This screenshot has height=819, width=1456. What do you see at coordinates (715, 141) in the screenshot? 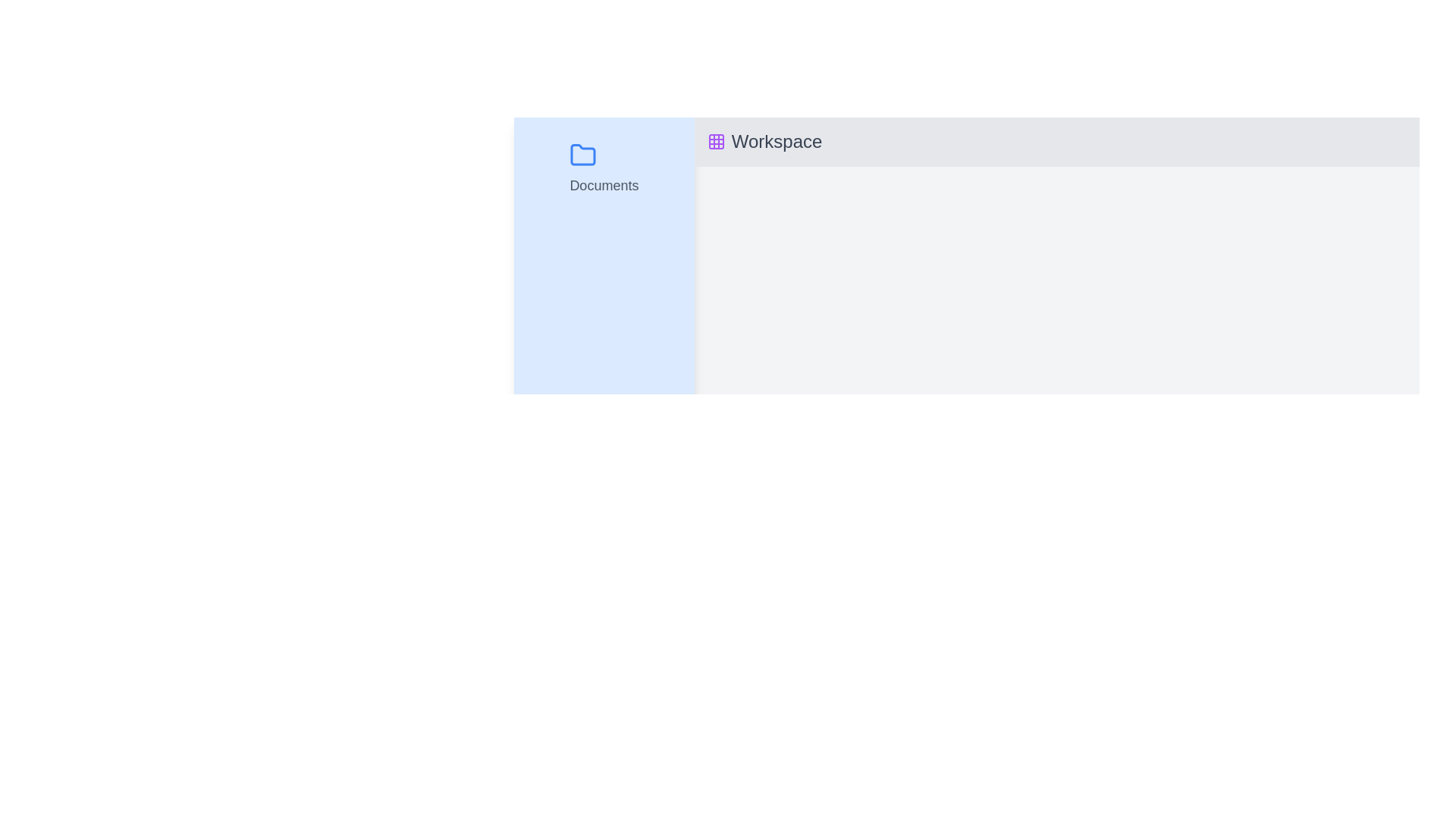
I see `the purple grid-like icon with a 3x3 arrangement of squares located in the top-center area of the interface, preceding the text label 'Workspace'` at bounding box center [715, 141].